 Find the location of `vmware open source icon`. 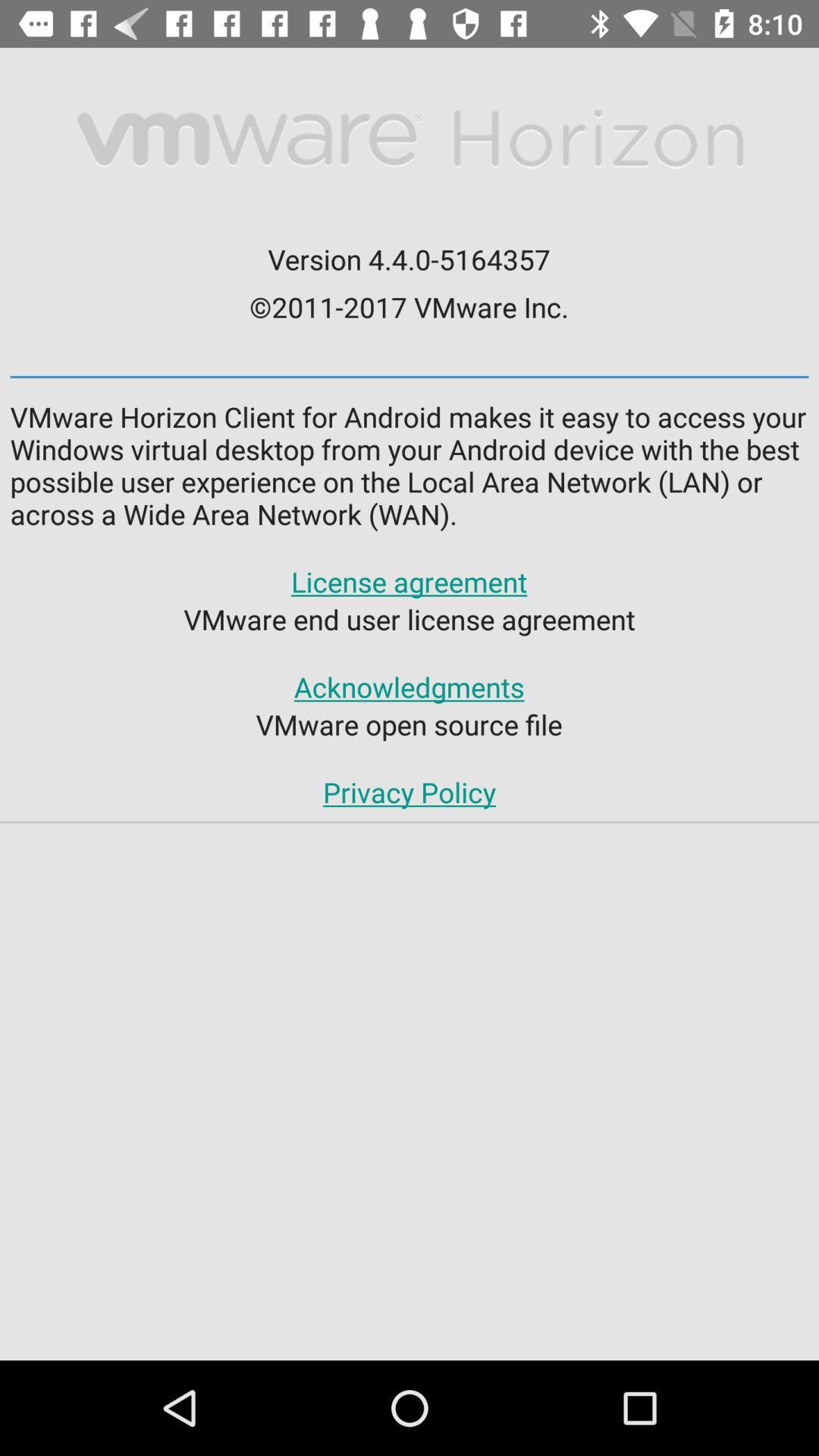

vmware open source icon is located at coordinates (408, 723).